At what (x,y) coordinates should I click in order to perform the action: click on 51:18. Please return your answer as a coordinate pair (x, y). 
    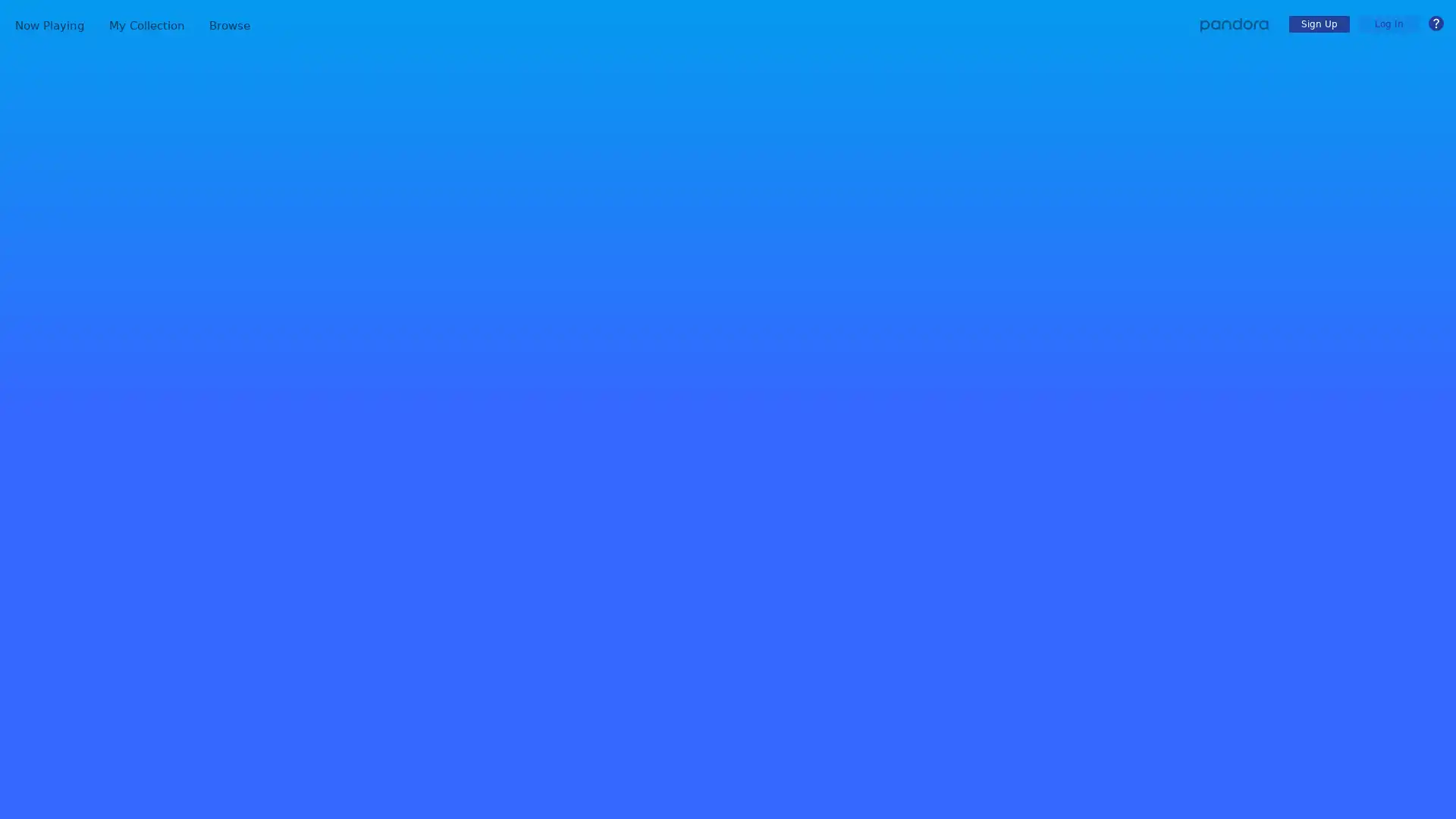
    Looking at the image, I should click on (1256, 807).